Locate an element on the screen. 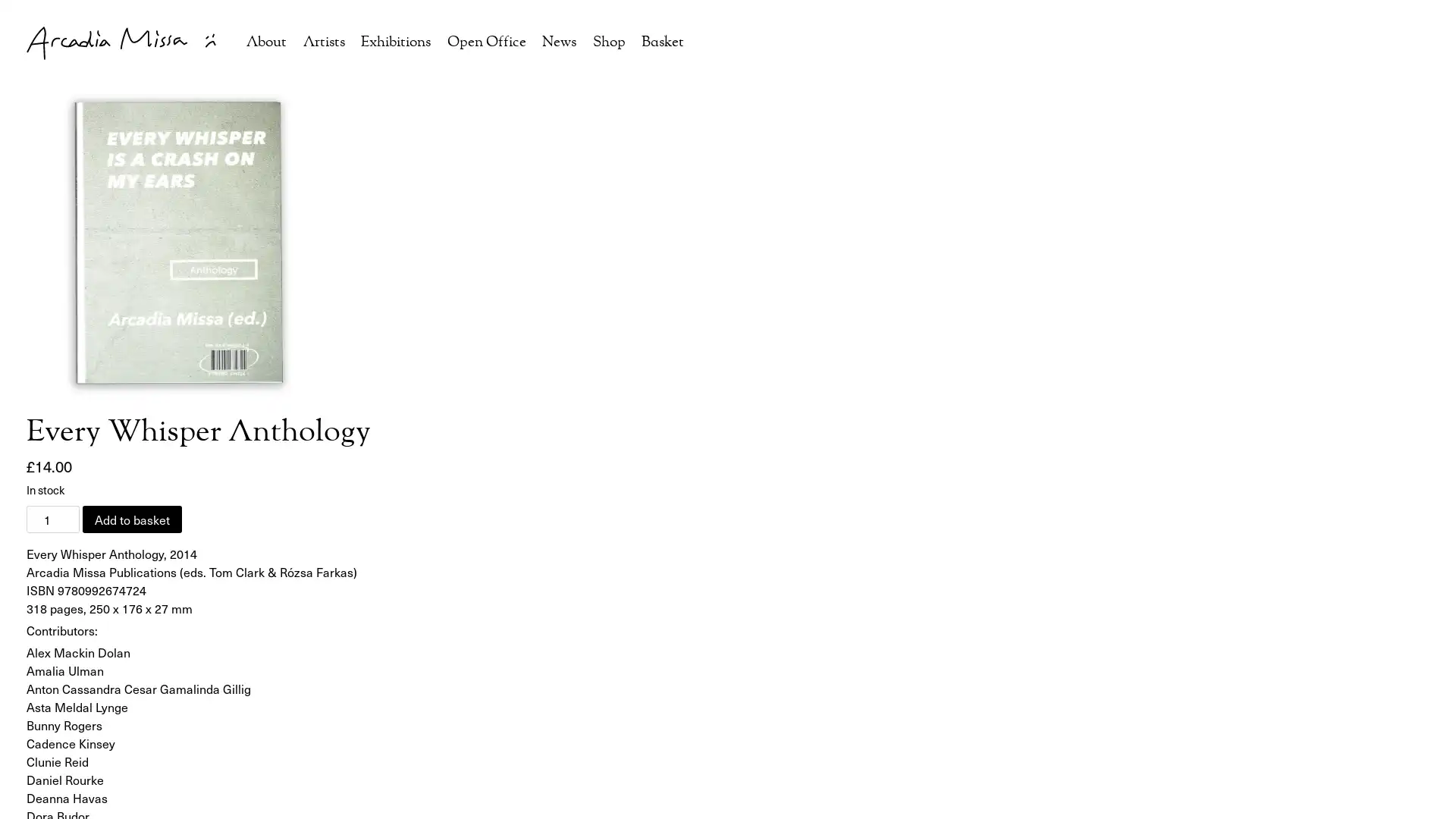 This screenshot has height=819, width=1456. Add to basket is located at coordinates (132, 518).